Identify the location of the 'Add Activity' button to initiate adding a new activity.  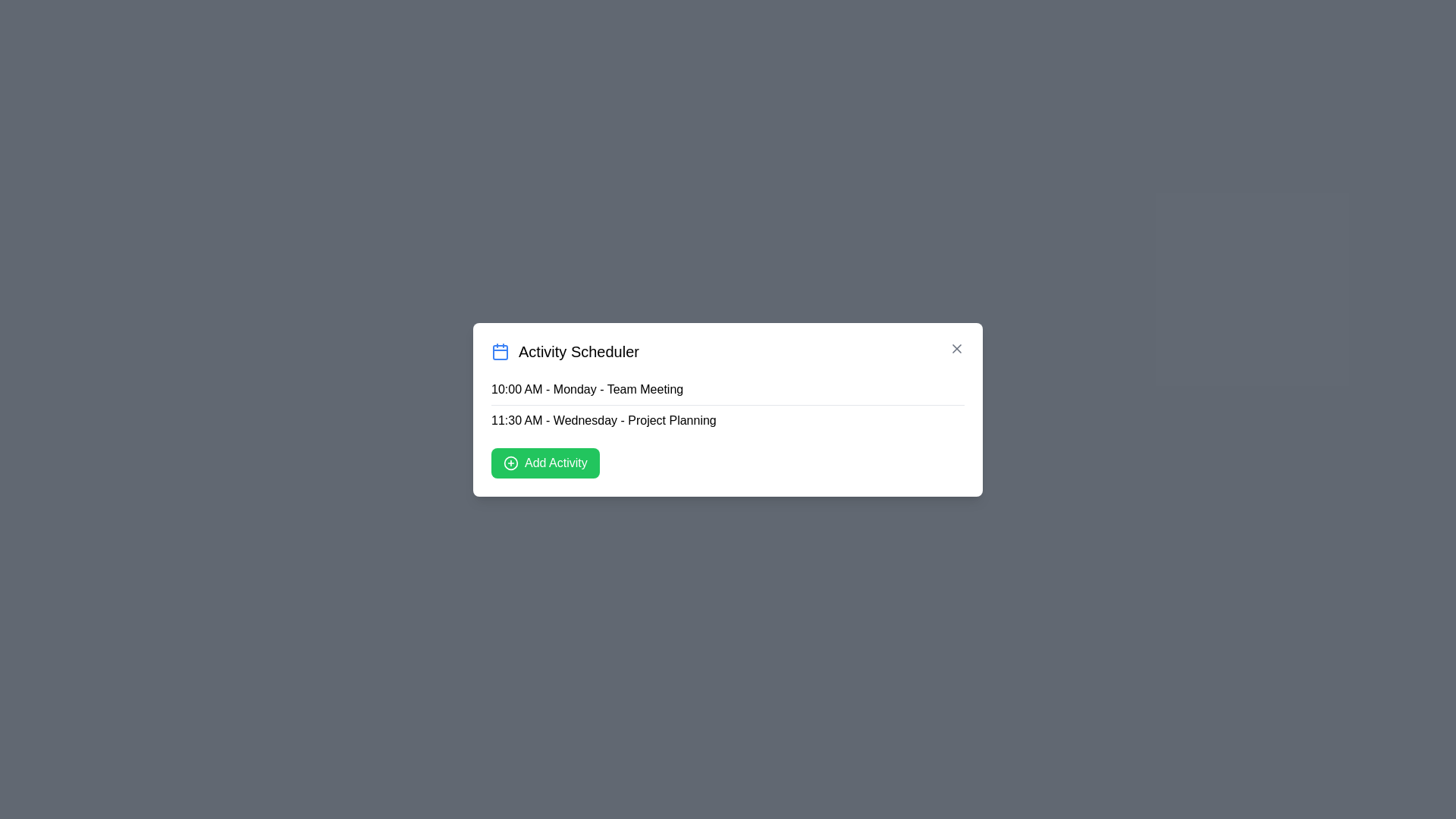
(545, 461).